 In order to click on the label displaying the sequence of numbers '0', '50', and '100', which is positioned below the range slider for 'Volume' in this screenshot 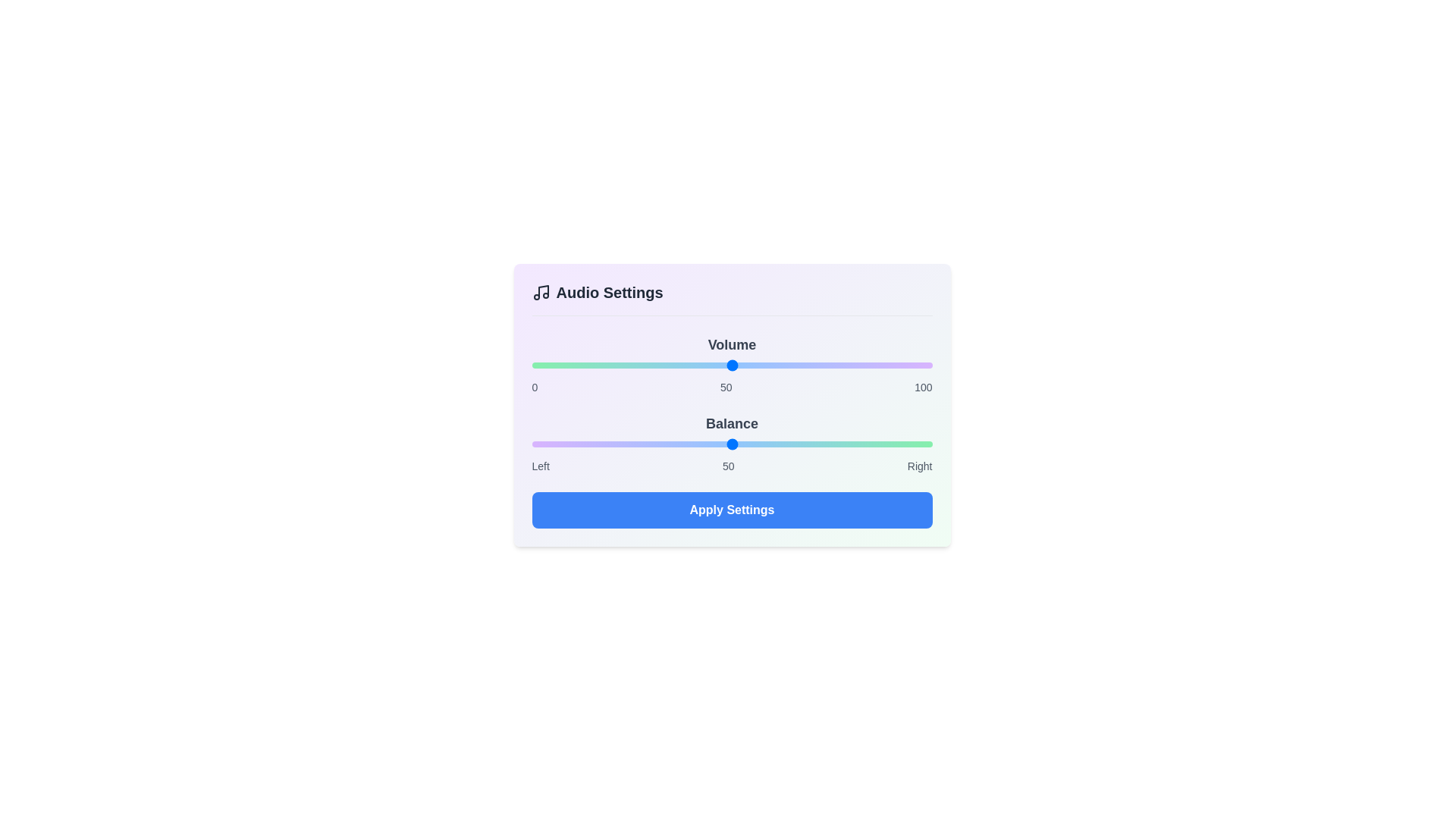, I will do `click(732, 386)`.